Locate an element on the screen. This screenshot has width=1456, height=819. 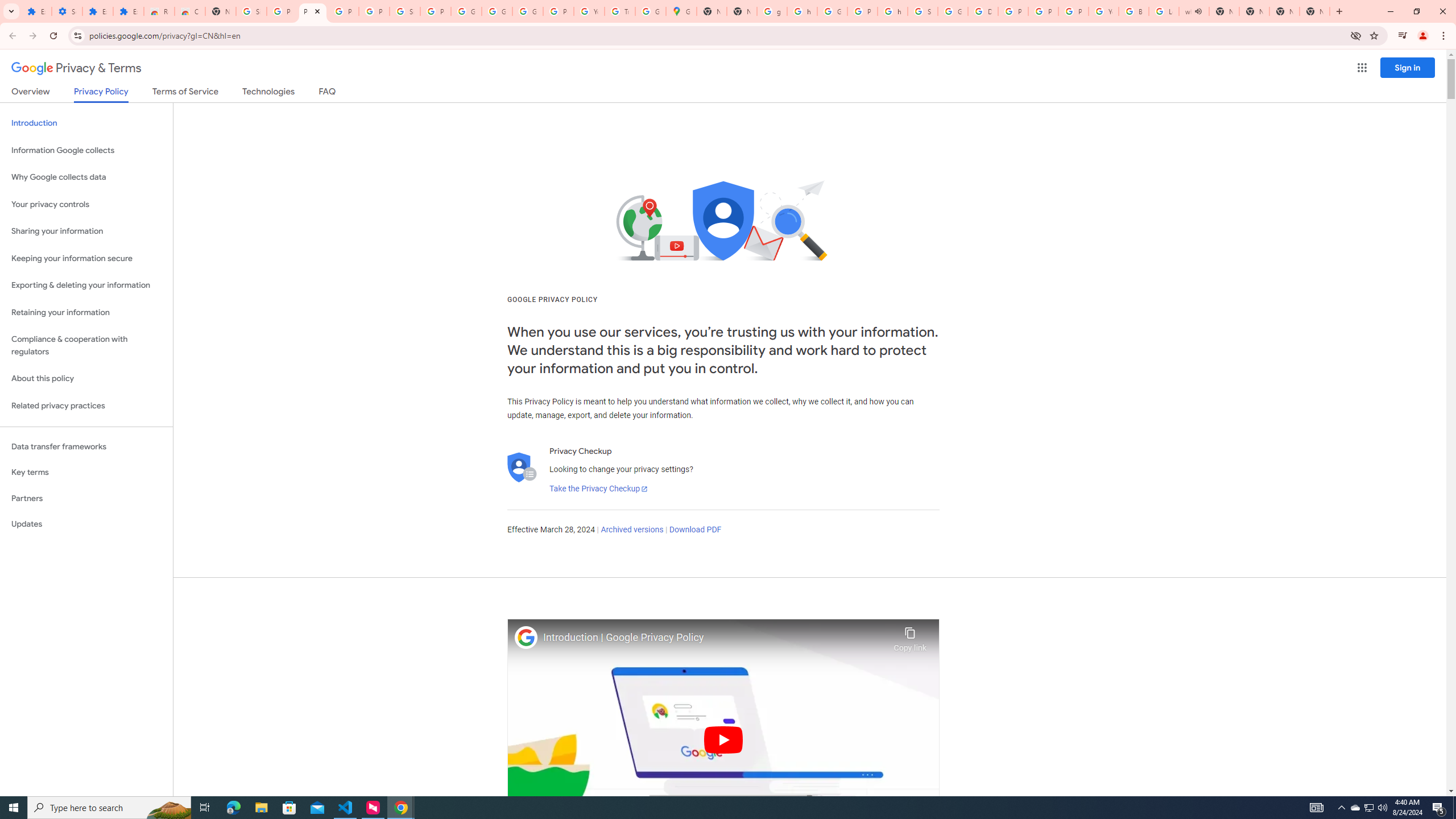
'Chrome Web Store - Themes' is located at coordinates (190, 11).